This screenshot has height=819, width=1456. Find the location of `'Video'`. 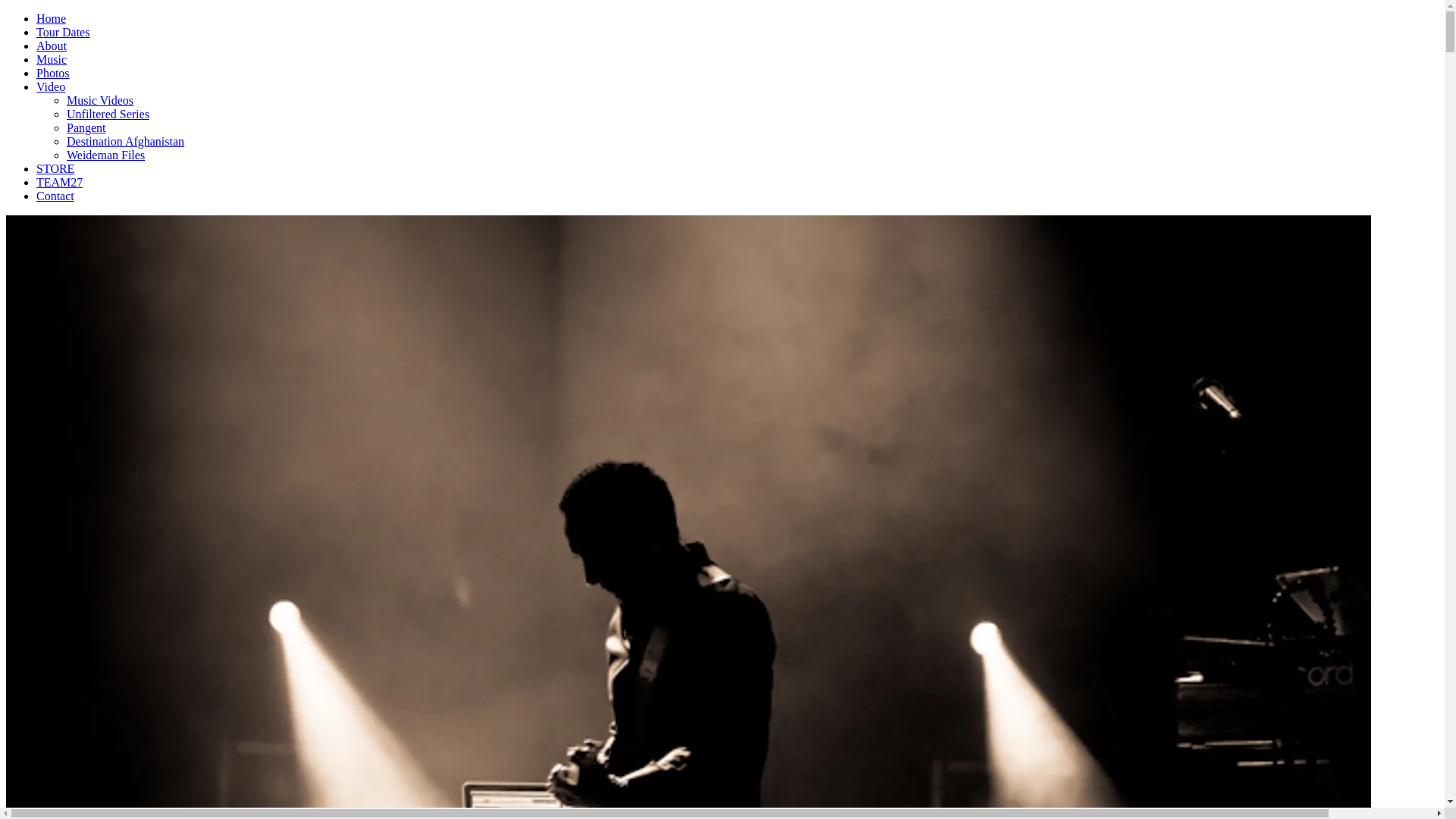

'Video' is located at coordinates (51, 86).